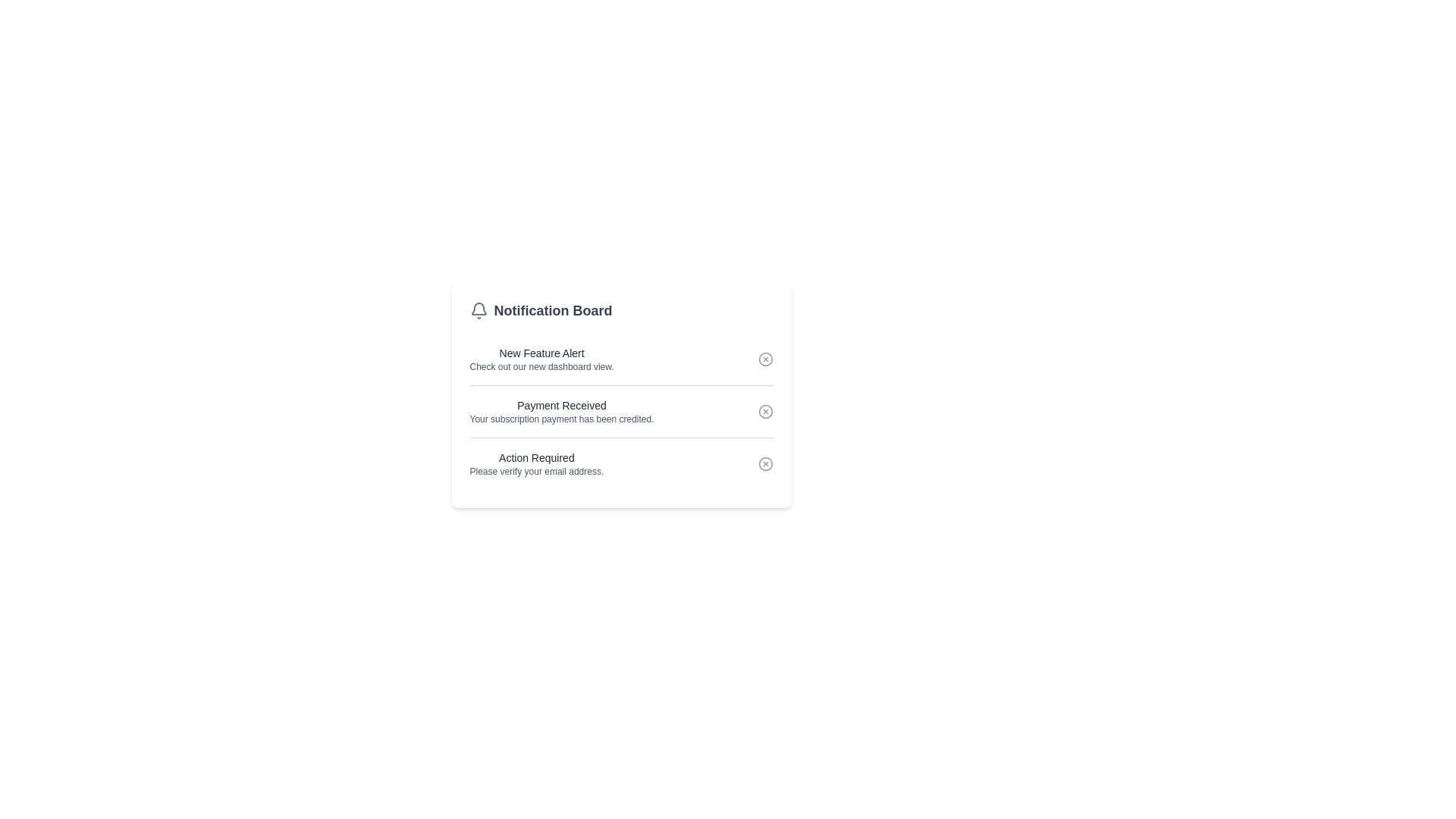 Image resolution: width=1456 pixels, height=819 pixels. I want to click on the static text label element that reads 'Action Required', which is located in the third notification group of the Notification Board, positioned above 'Please verify your email address', so click(536, 457).